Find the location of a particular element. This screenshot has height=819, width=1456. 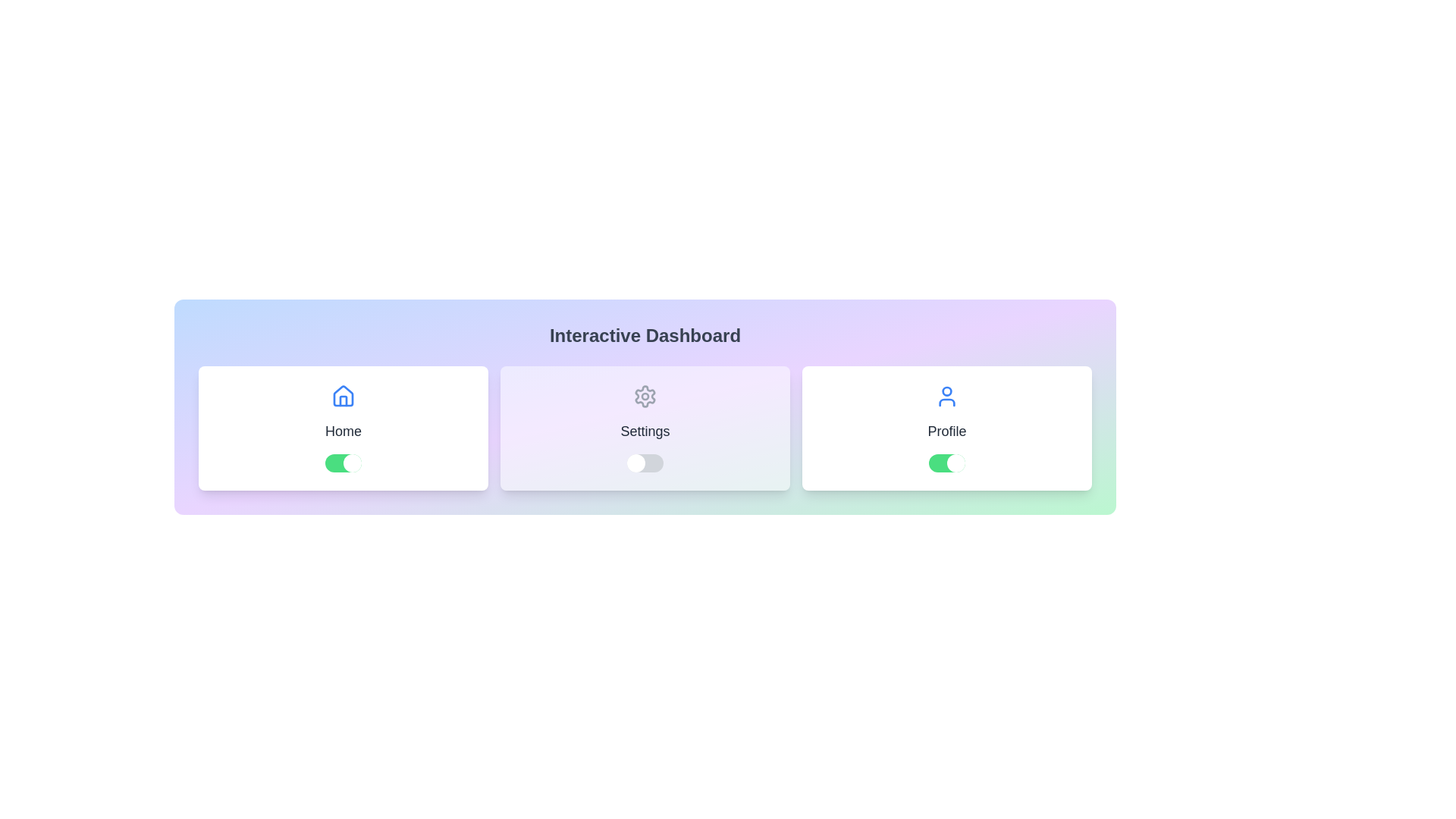

the icon representing the Profile option is located at coordinates (946, 396).